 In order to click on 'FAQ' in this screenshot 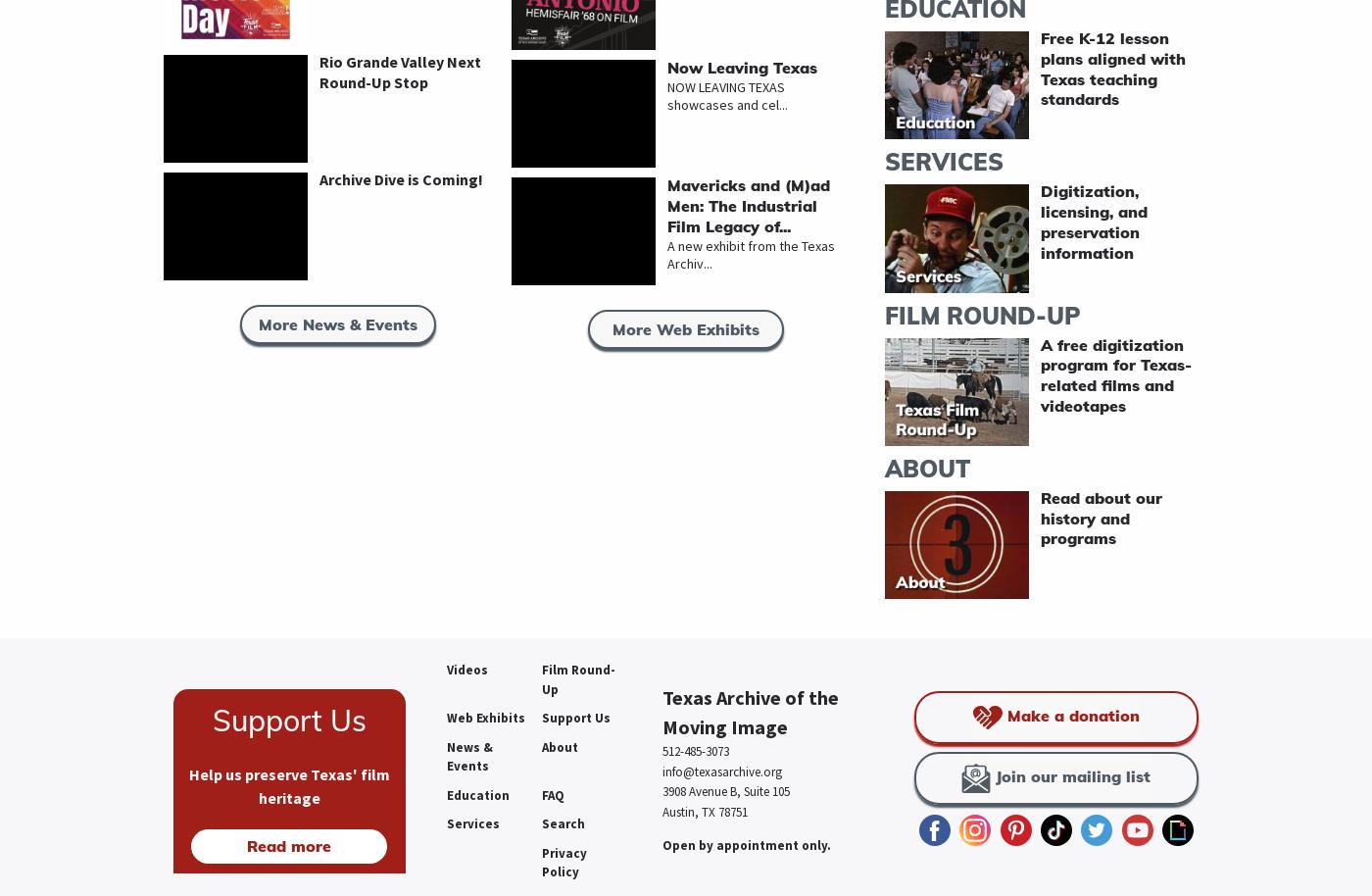, I will do `click(552, 793)`.